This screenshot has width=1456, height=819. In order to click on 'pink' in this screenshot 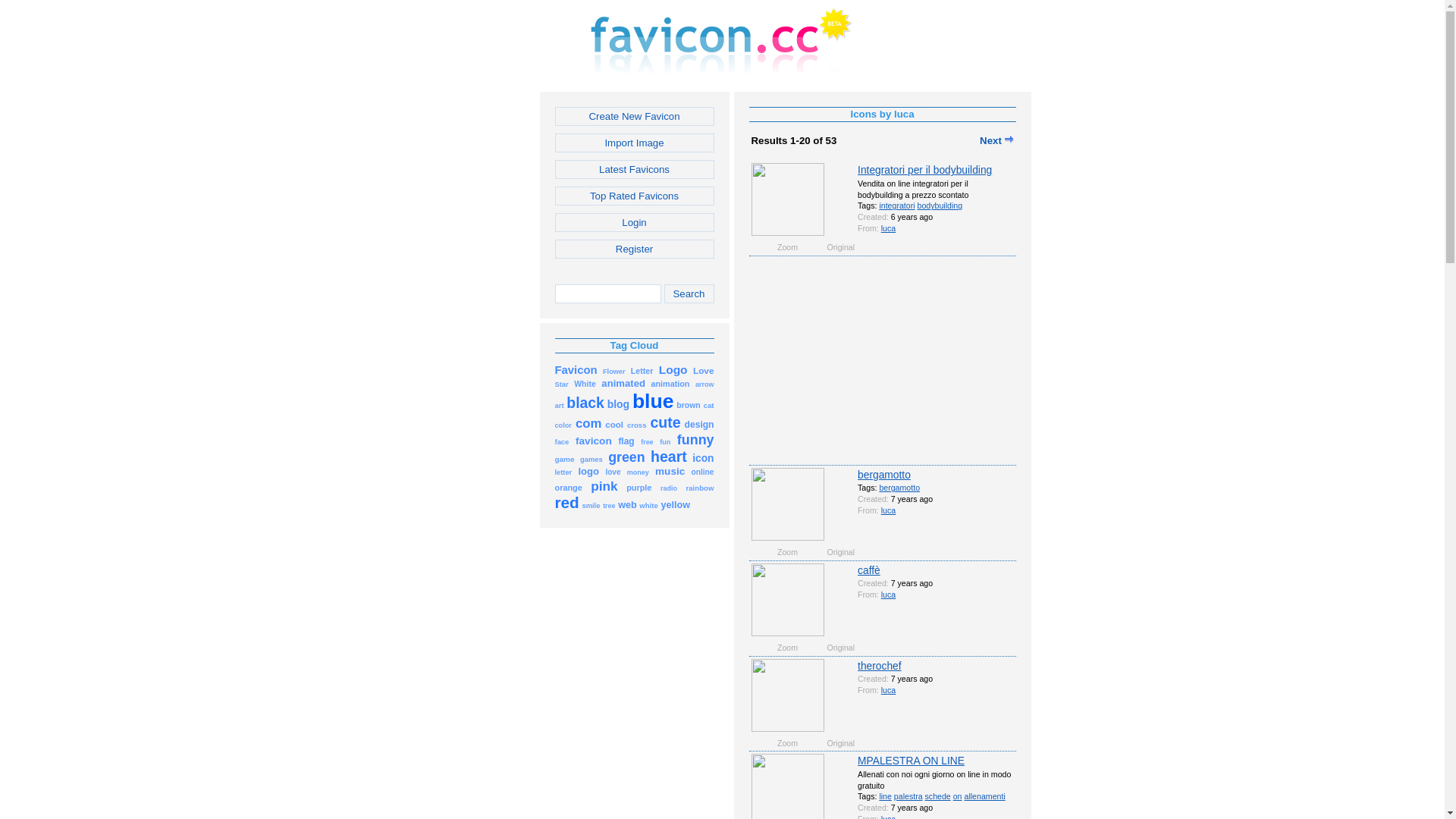, I will do `click(603, 487)`.